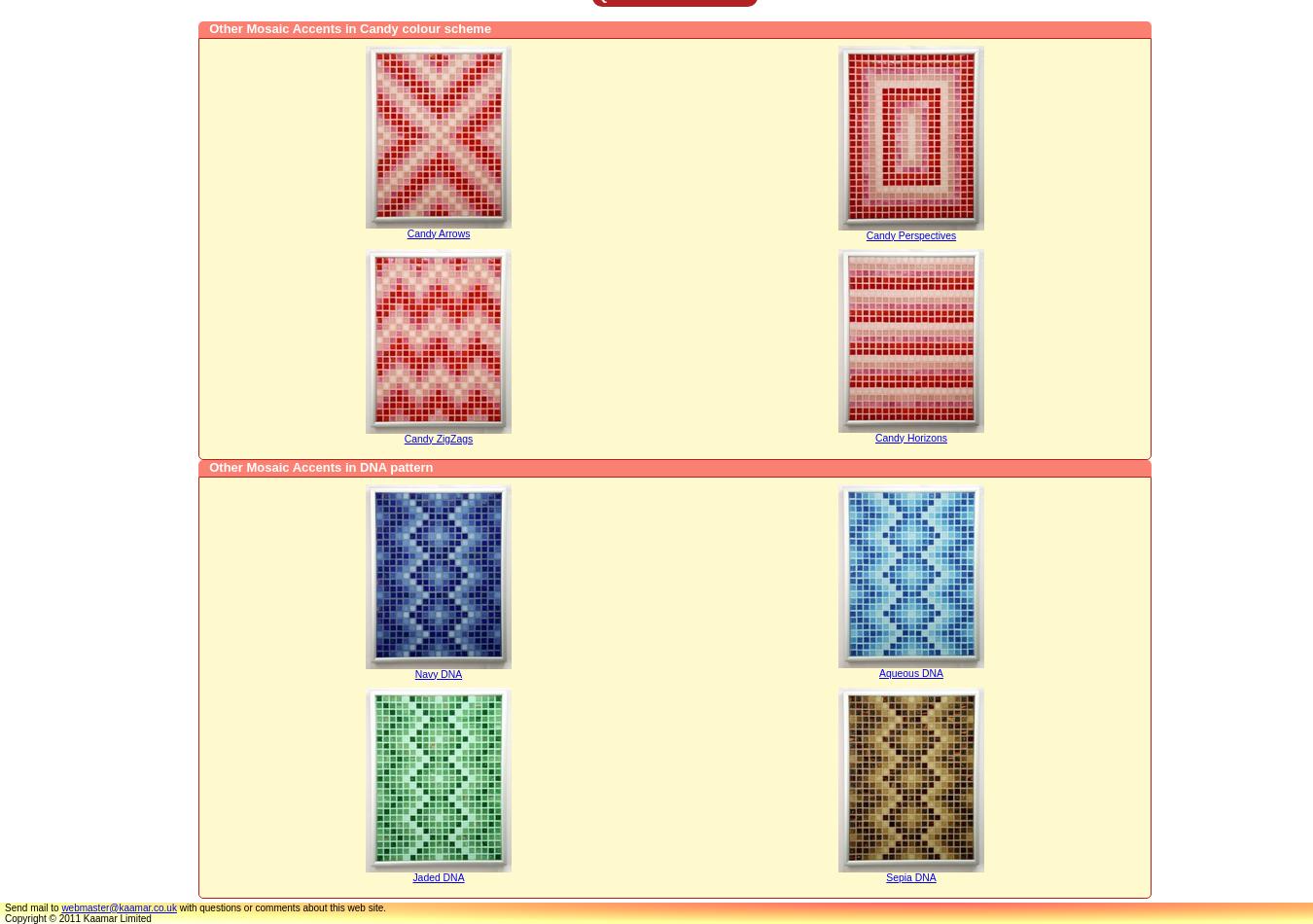 The width and height of the screenshot is (1313, 924). I want to click on 'Jaded DNA', so click(438, 875).